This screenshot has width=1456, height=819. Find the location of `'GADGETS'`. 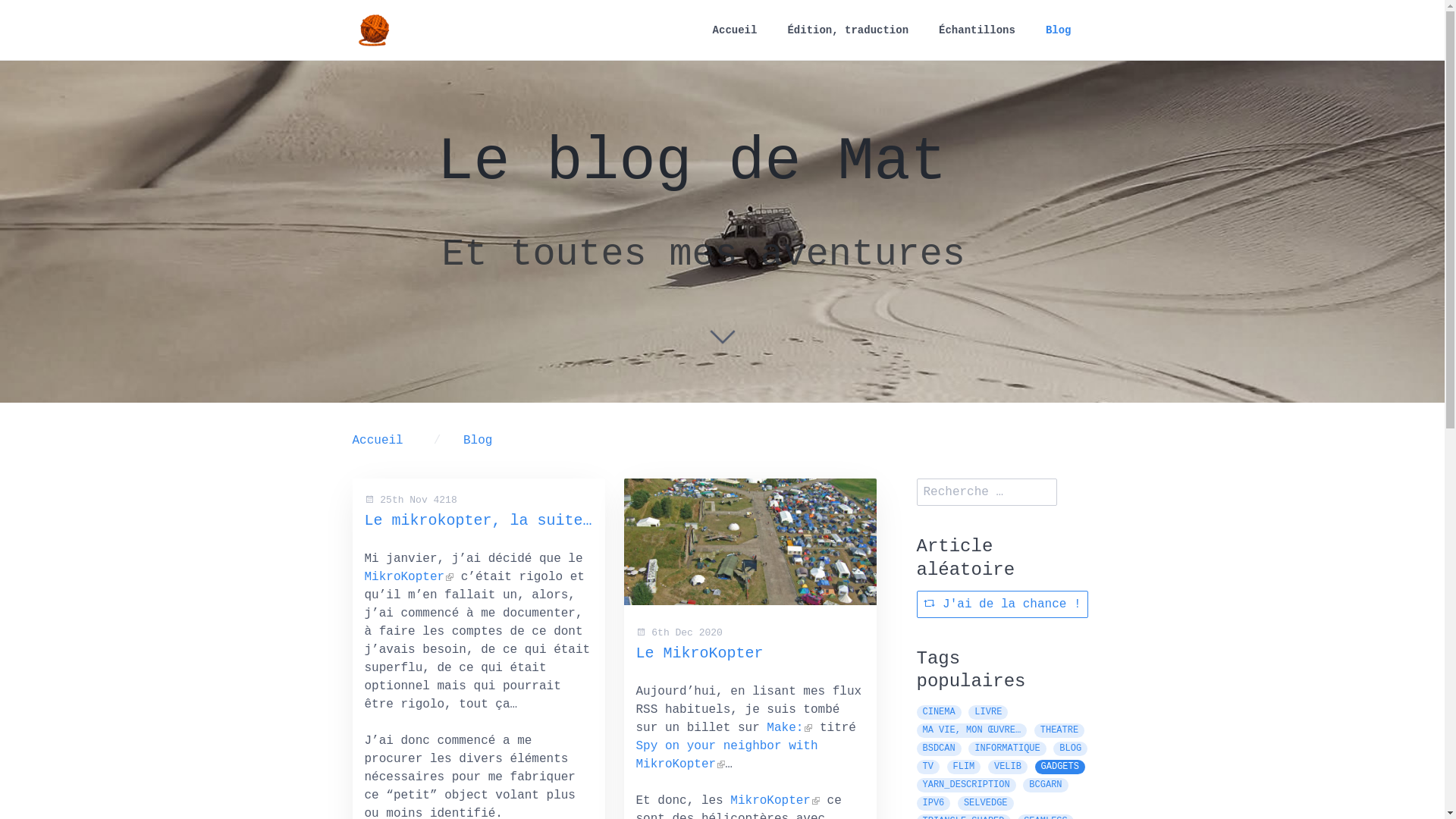

'GADGETS' is located at coordinates (1059, 767).